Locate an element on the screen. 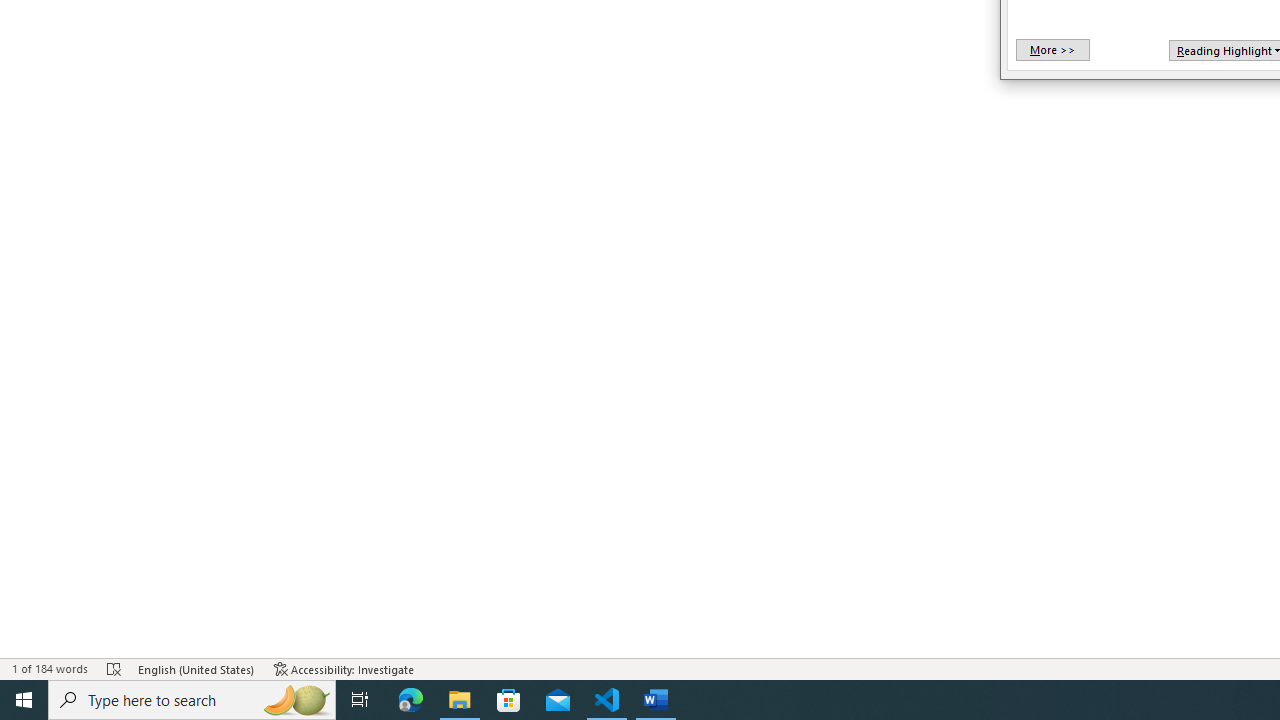  'Start' is located at coordinates (24, 698).